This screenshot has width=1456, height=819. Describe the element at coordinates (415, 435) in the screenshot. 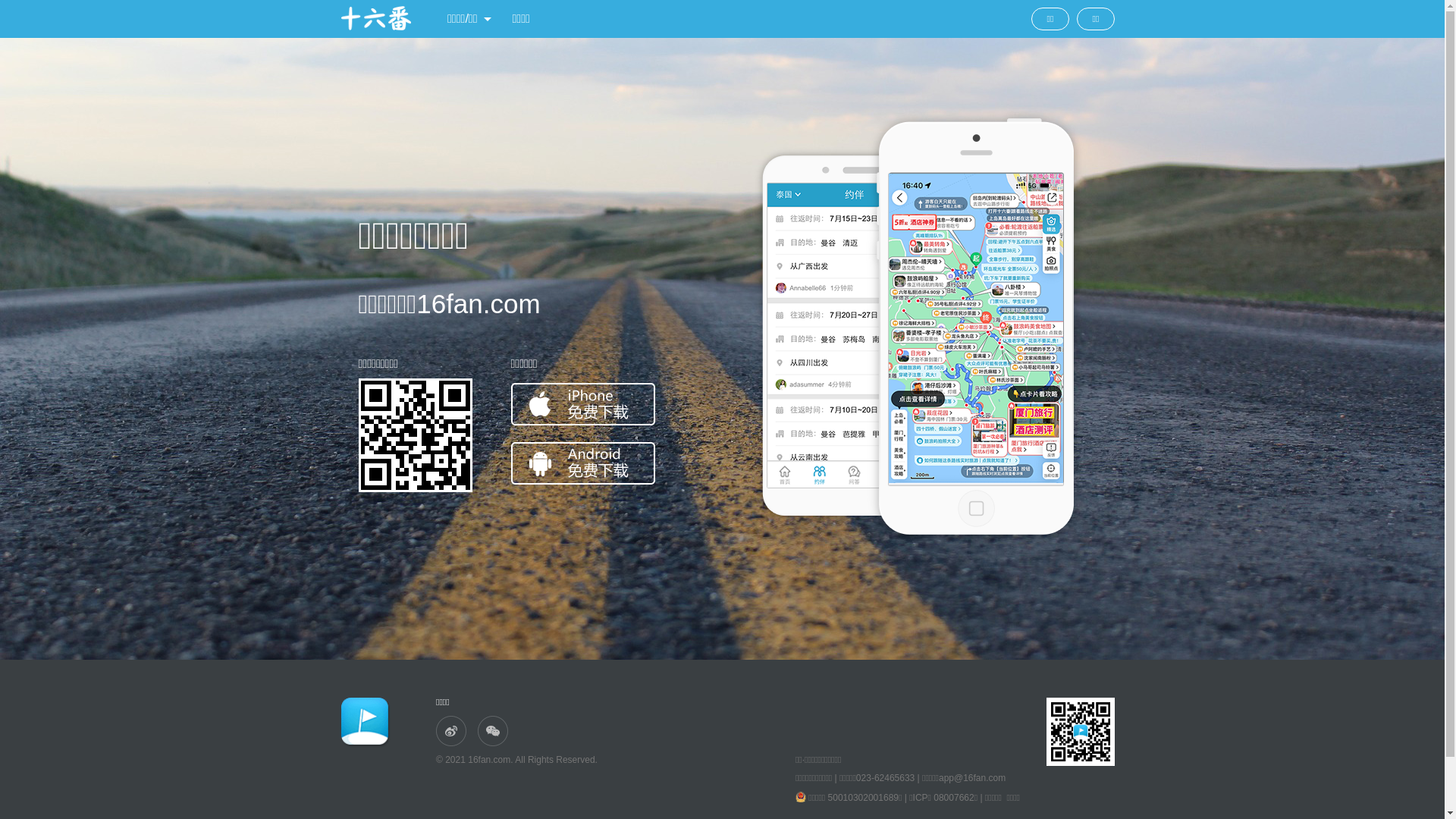

I see `'http://www.16fan.com/'` at that location.